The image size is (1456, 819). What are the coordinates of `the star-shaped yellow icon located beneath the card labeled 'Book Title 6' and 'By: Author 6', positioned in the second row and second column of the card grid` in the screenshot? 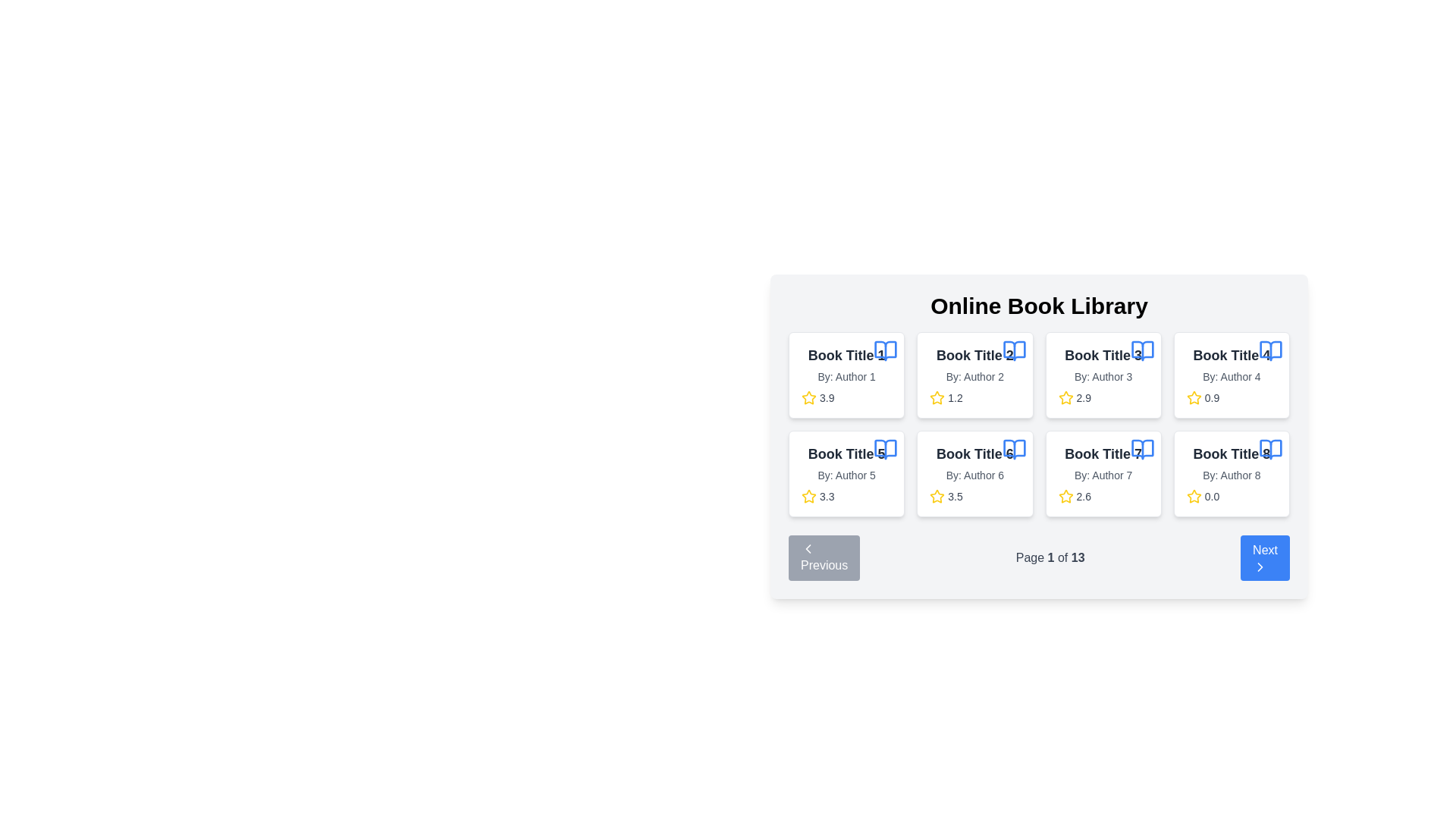 It's located at (937, 497).